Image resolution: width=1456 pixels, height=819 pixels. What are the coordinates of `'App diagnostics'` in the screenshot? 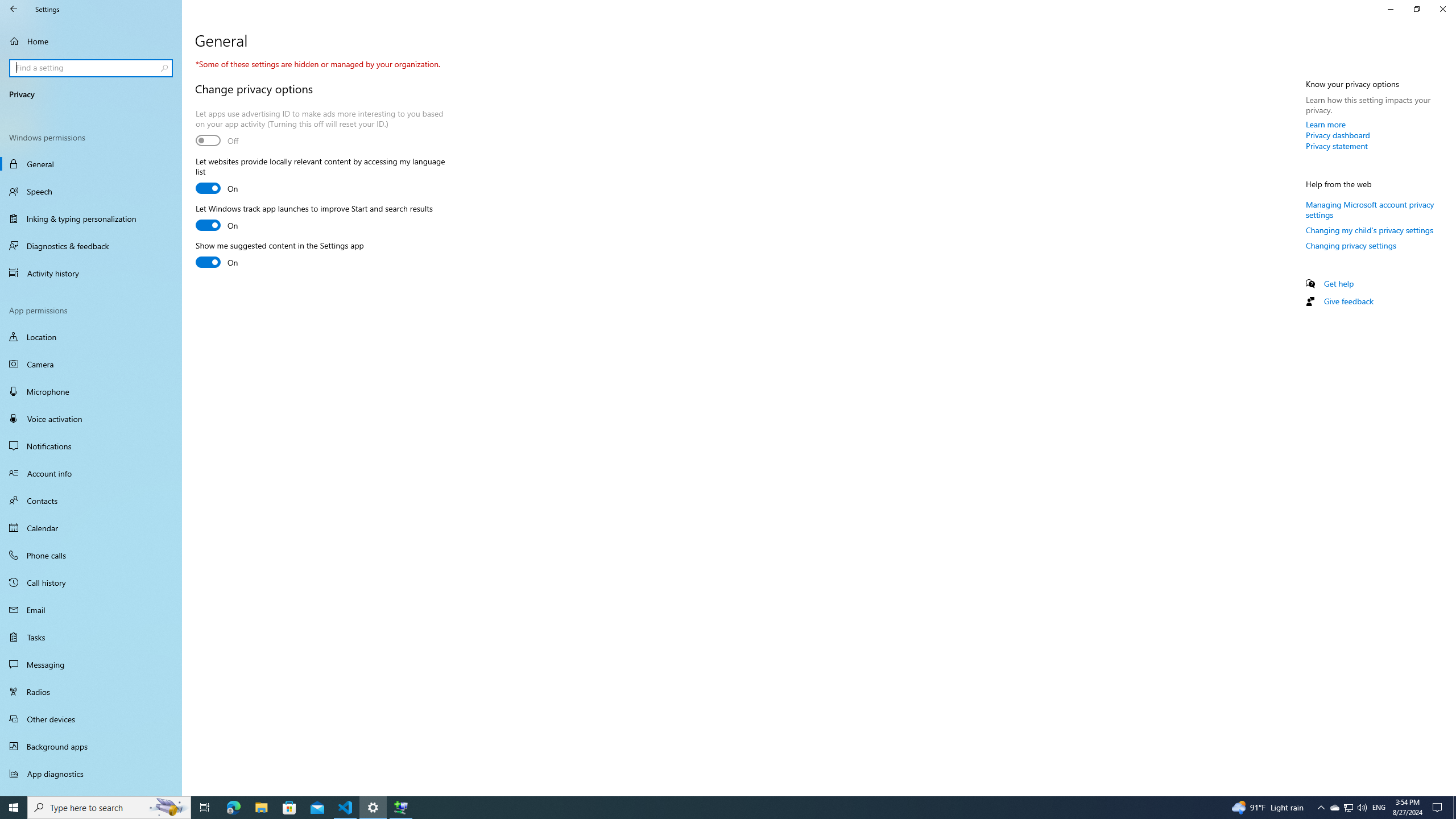 It's located at (90, 773).